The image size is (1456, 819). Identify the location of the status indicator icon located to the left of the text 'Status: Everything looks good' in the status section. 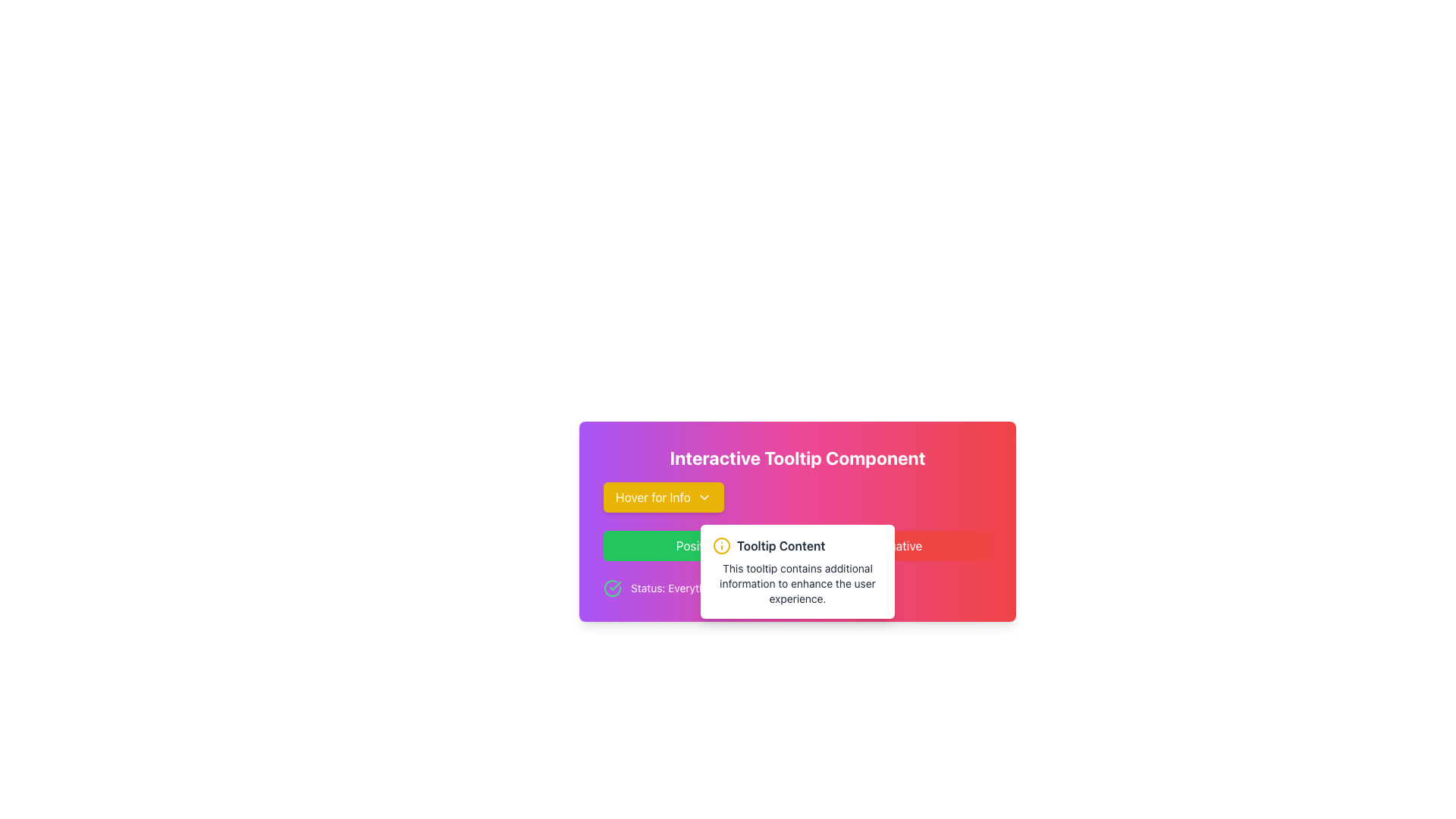
(612, 587).